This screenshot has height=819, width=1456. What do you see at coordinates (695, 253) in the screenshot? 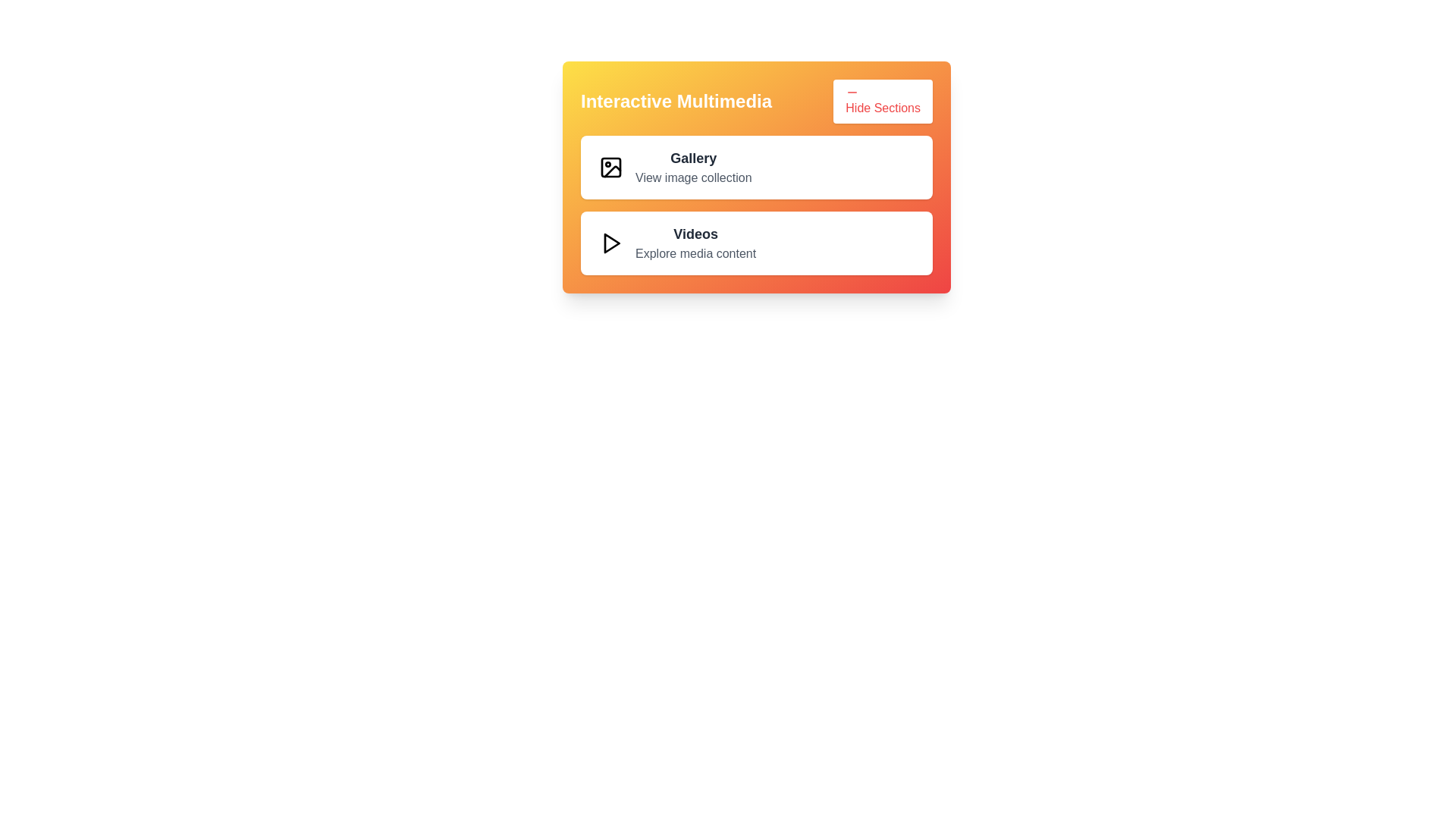
I see `descriptive subtitle text label located directly underneath the bold title 'Videos' in the middle-right section of the interface for additional information` at bounding box center [695, 253].